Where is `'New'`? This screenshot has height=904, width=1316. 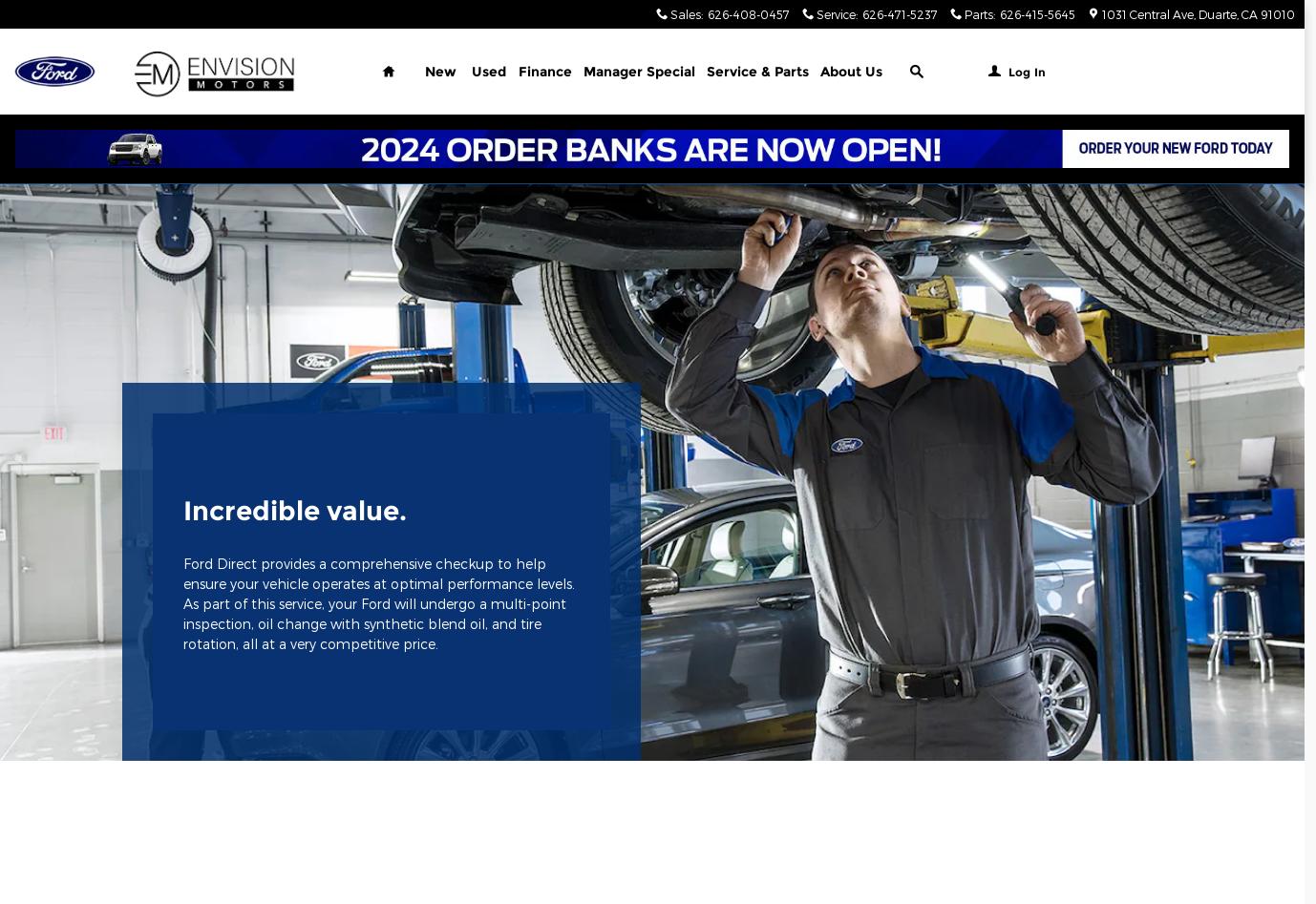
'New' is located at coordinates (439, 72).